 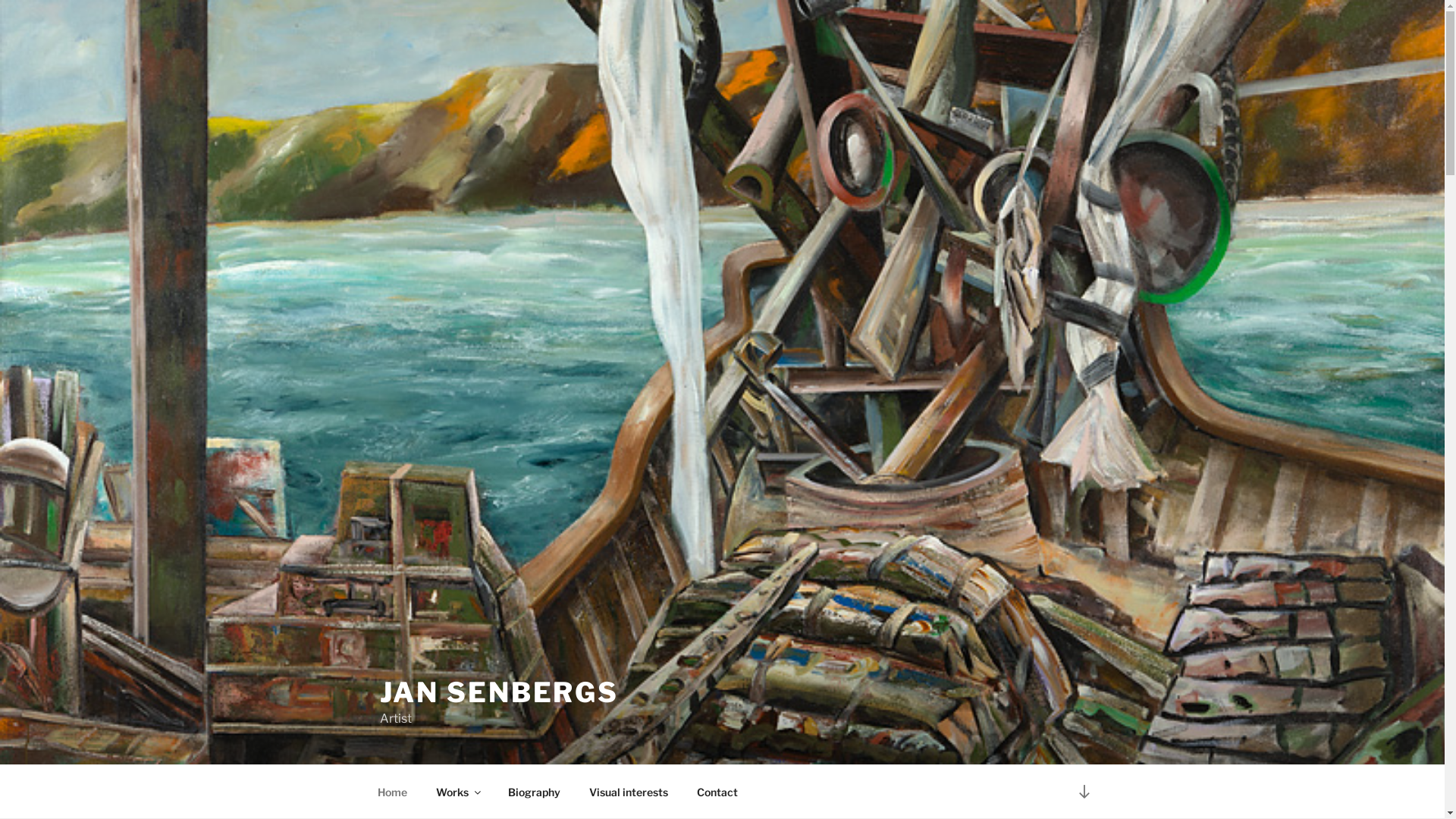 I want to click on 'Scroll down to content', so click(x=1083, y=790).